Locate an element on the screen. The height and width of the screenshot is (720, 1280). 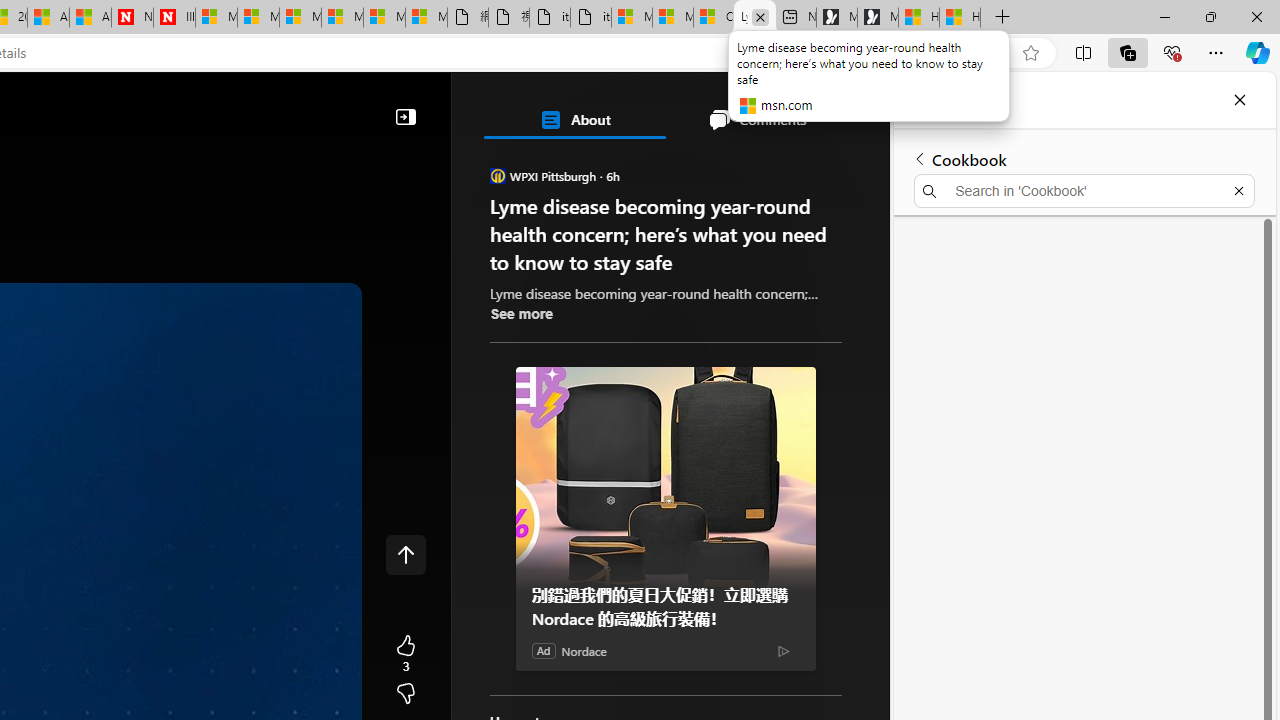
'Search in ' is located at coordinates (1083, 191).